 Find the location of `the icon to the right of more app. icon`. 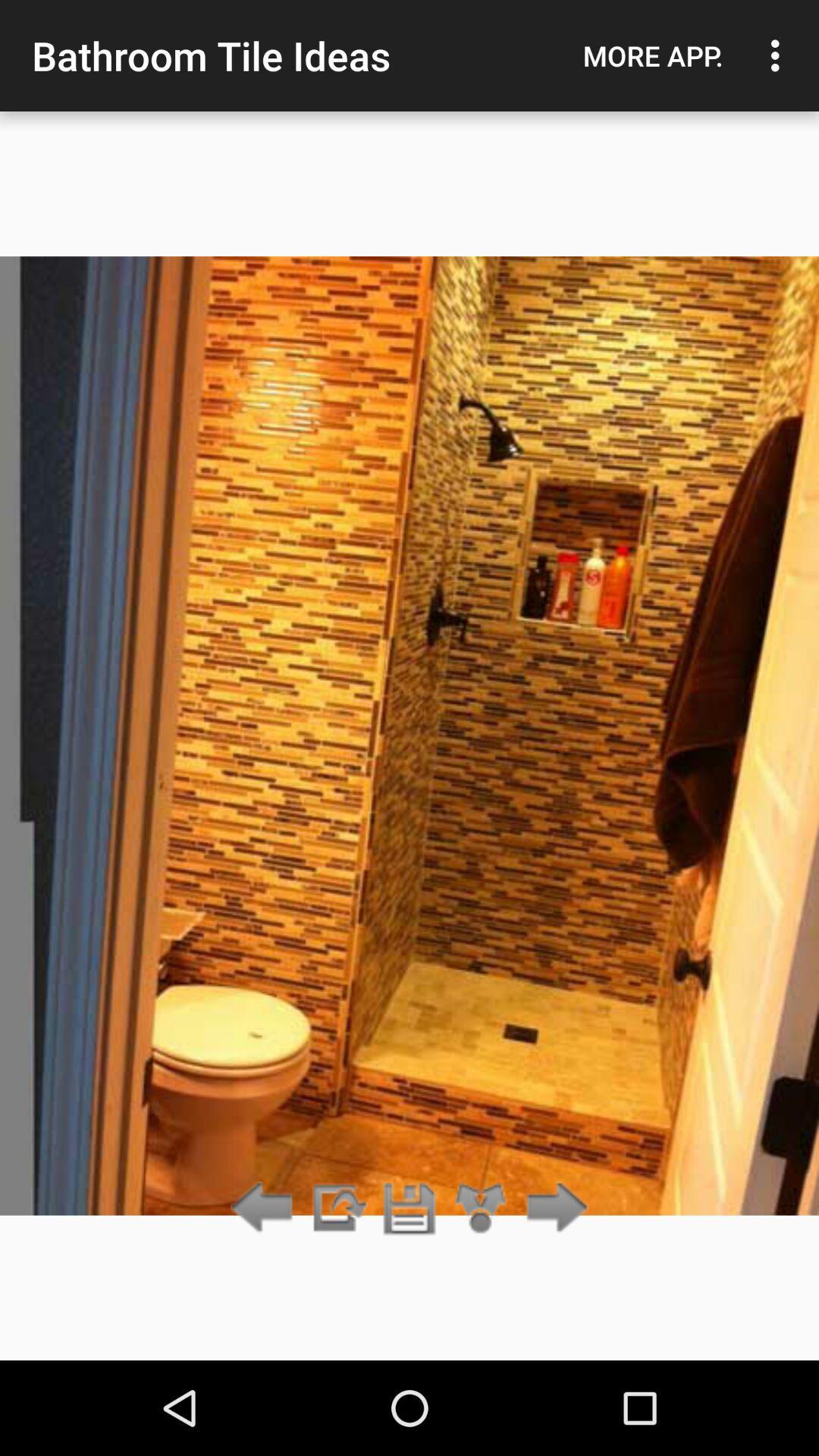

the icon to the right of more app. icon is located at coordinates (779, 55).